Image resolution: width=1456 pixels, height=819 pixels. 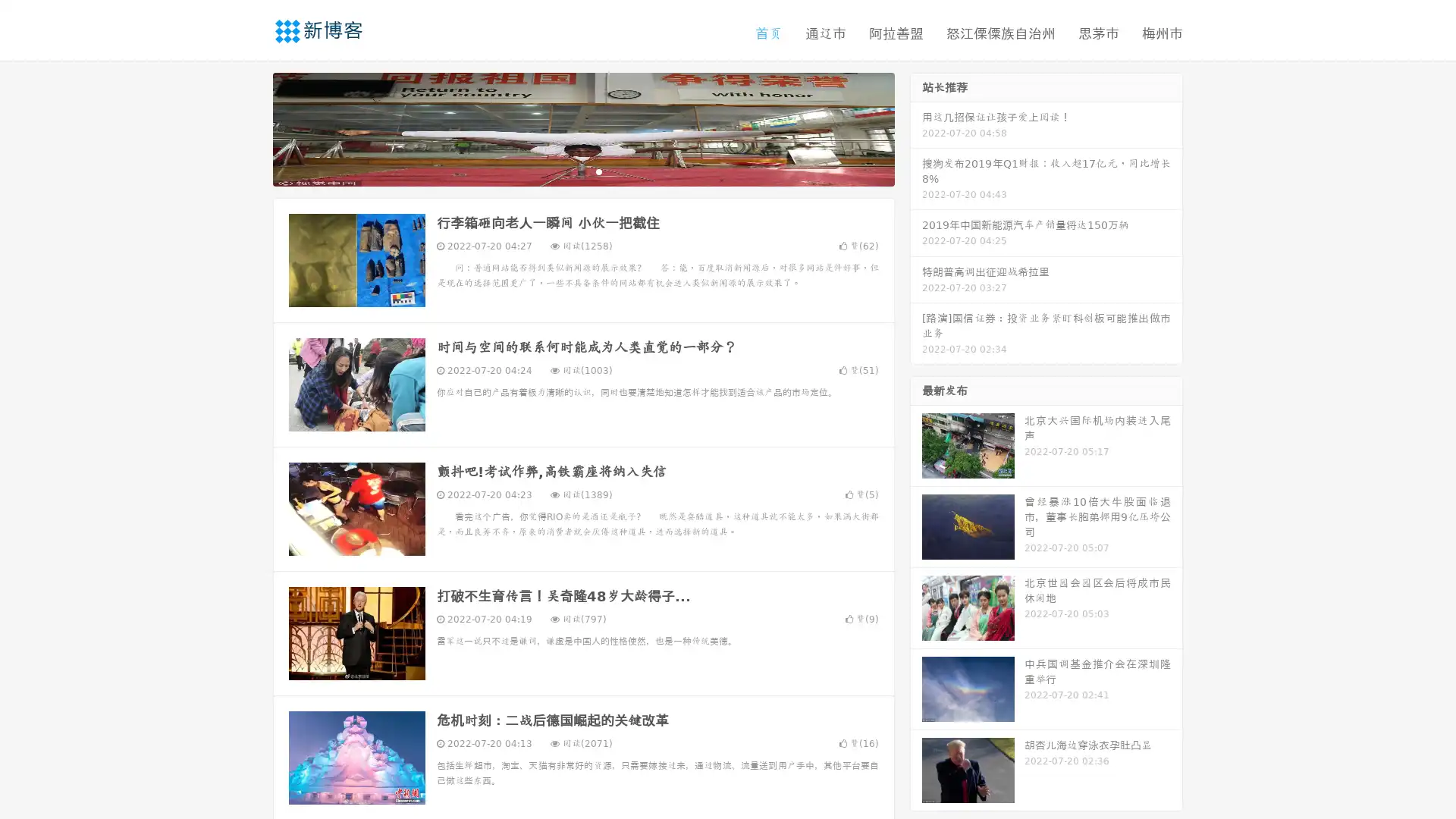 What do you see at coordinates (916, 127) in the screenshot?
I see `Next slide` at bounding box center [916, 127].